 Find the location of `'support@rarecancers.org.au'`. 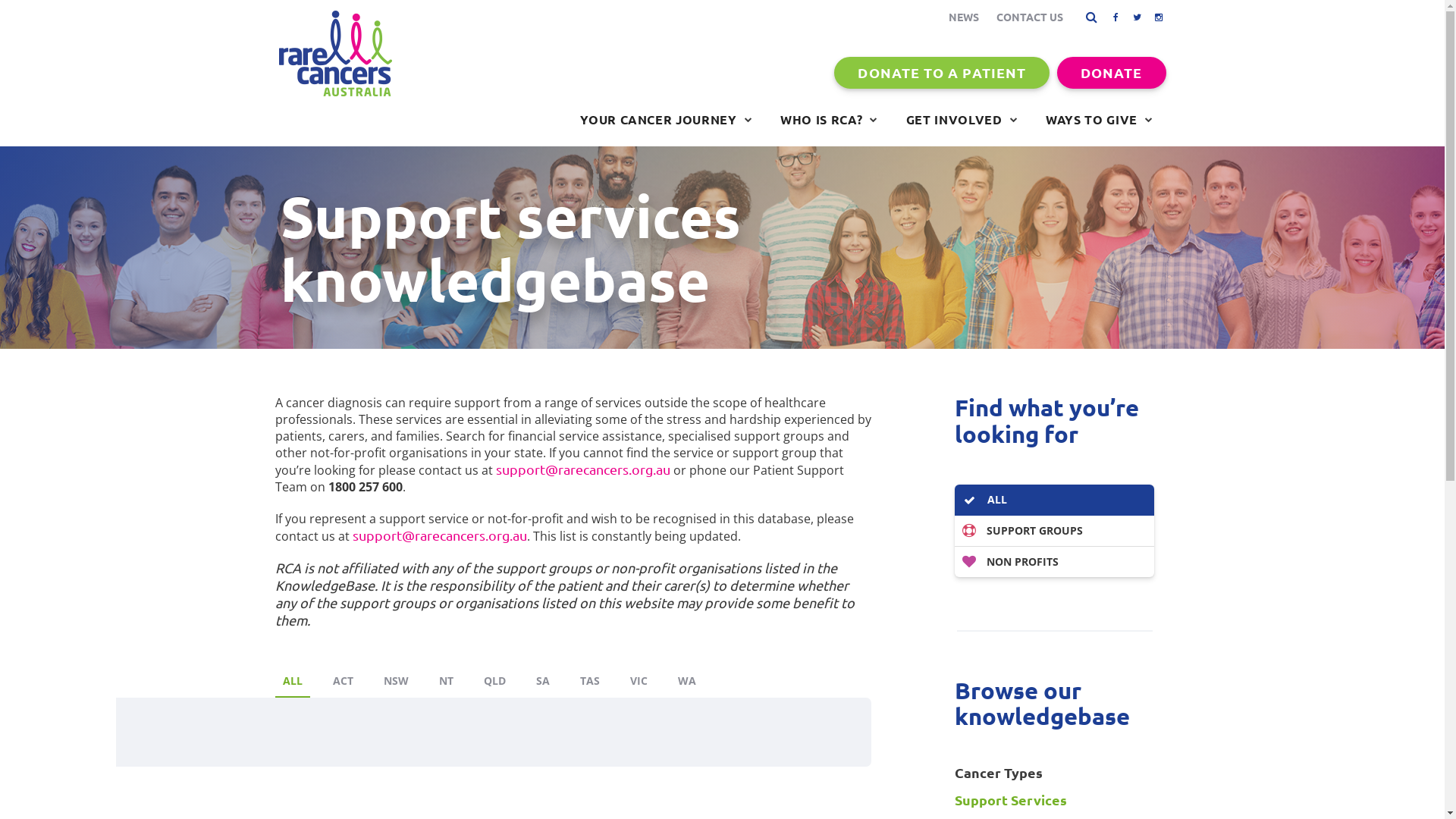

'support@rarecancers.org.au' is located at coordinates (438, 534).